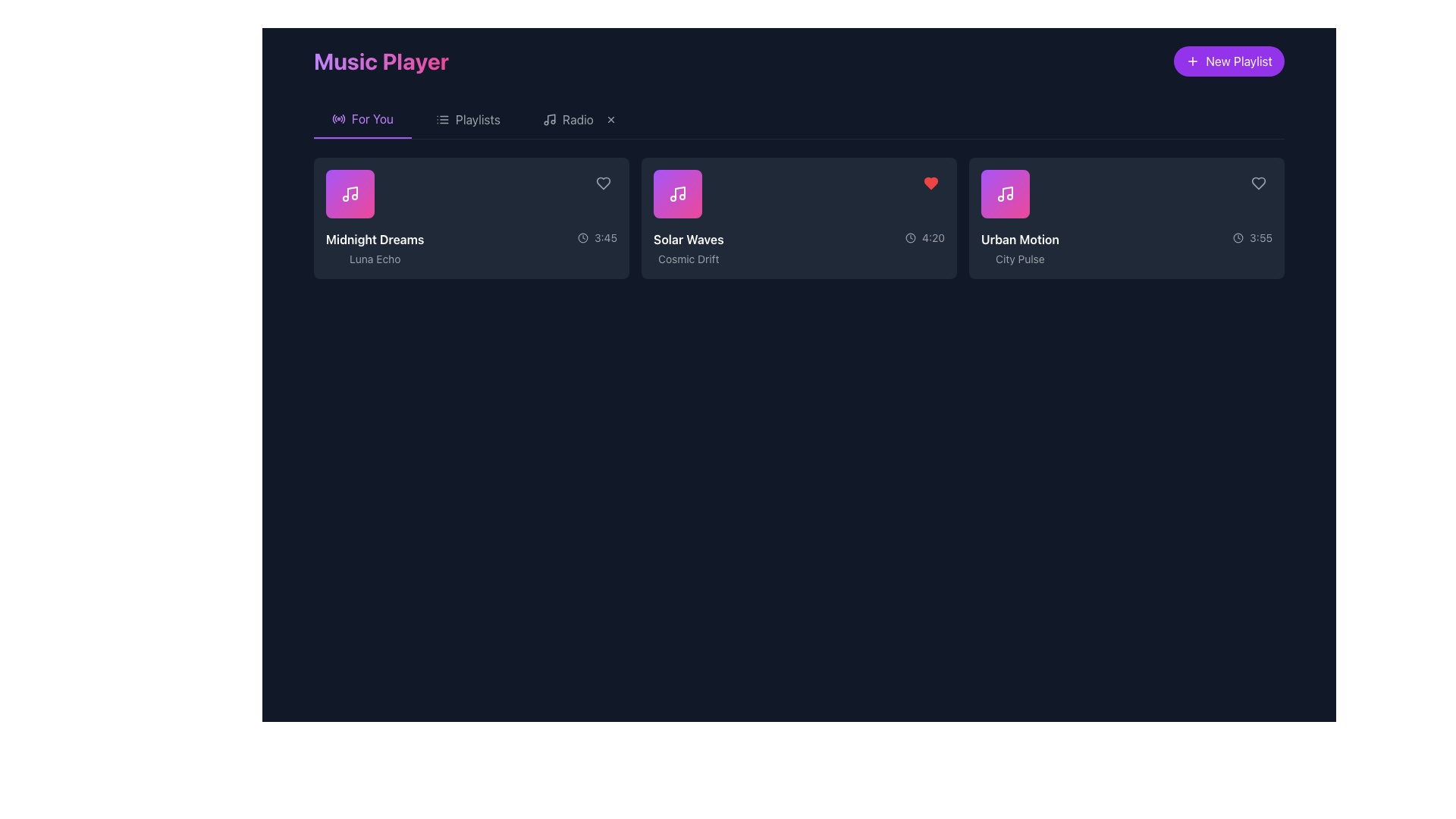 The image size is (1456, 819). What do you see at coordinates (375, 239) in the screenshot?
I see `the Static Text Label that displays the title of the music track or playlist, located in the first music card in the top-left corner of the music player interface` at bounding box center [375, 239].